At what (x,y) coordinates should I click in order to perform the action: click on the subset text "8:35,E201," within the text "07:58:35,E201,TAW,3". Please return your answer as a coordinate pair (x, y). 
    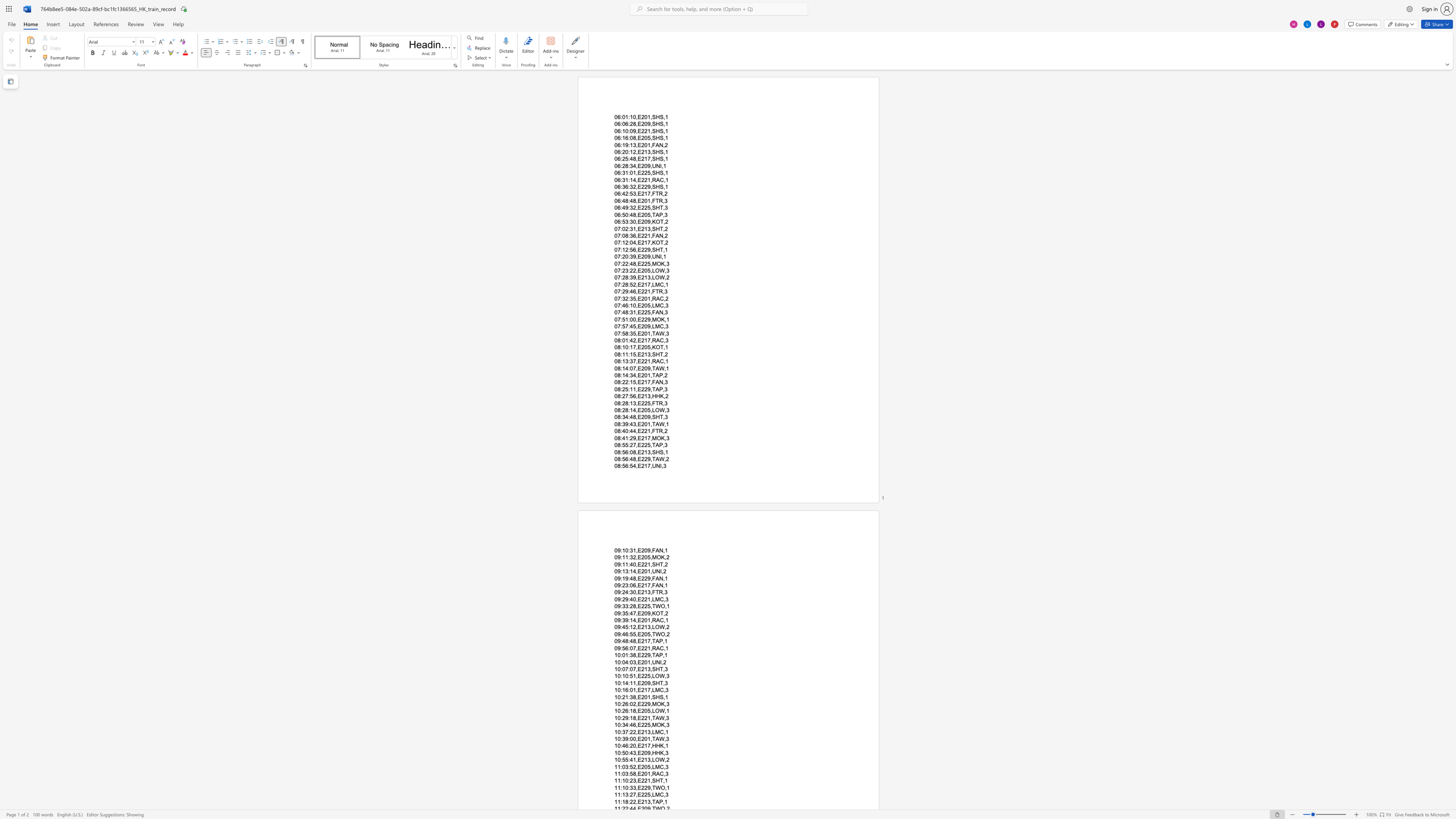
    Looking at the image, I should click on (625, 332).